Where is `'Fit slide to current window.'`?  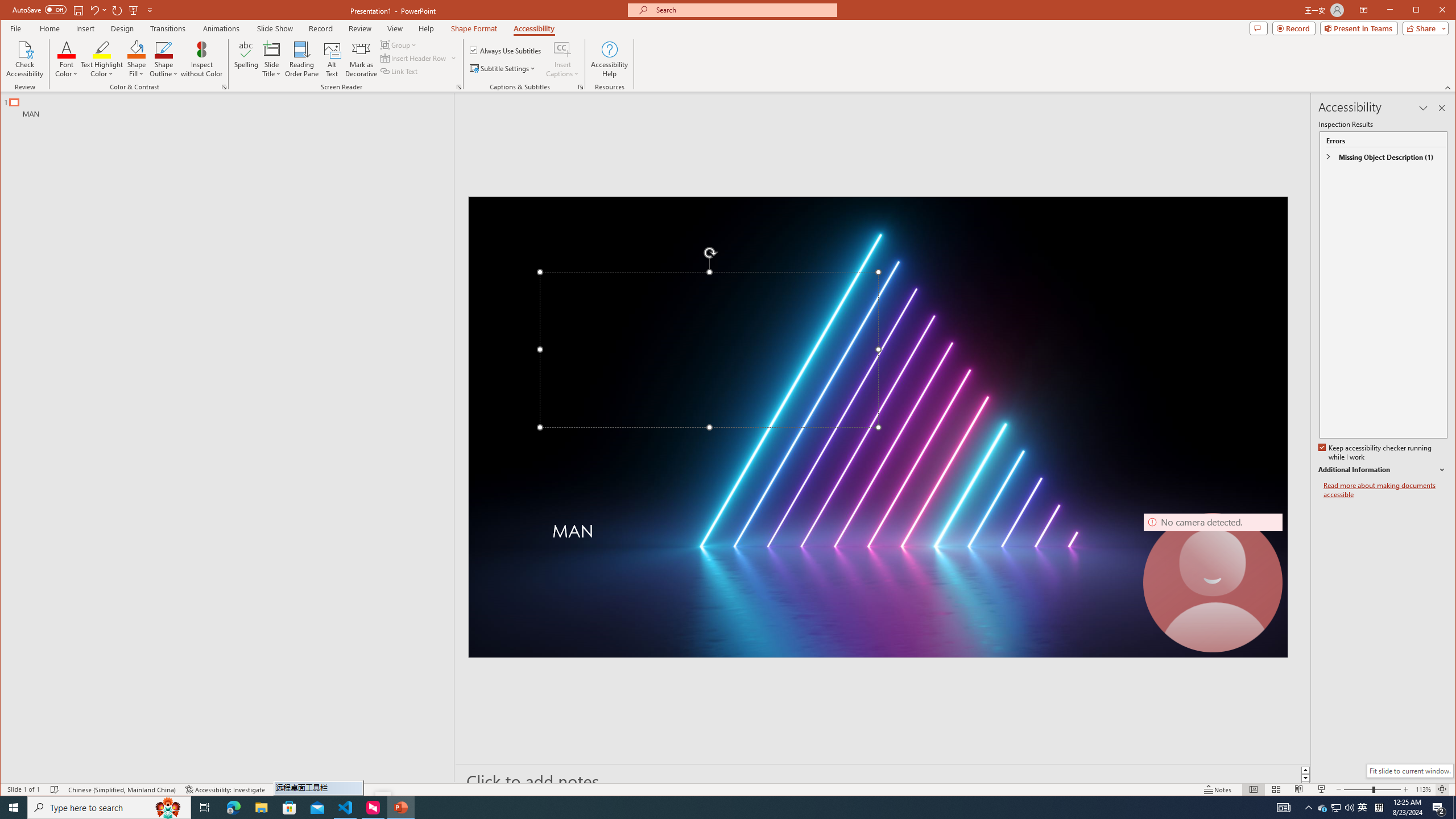 'Fit slide to current window.' is located at coordinates (1409, 771).